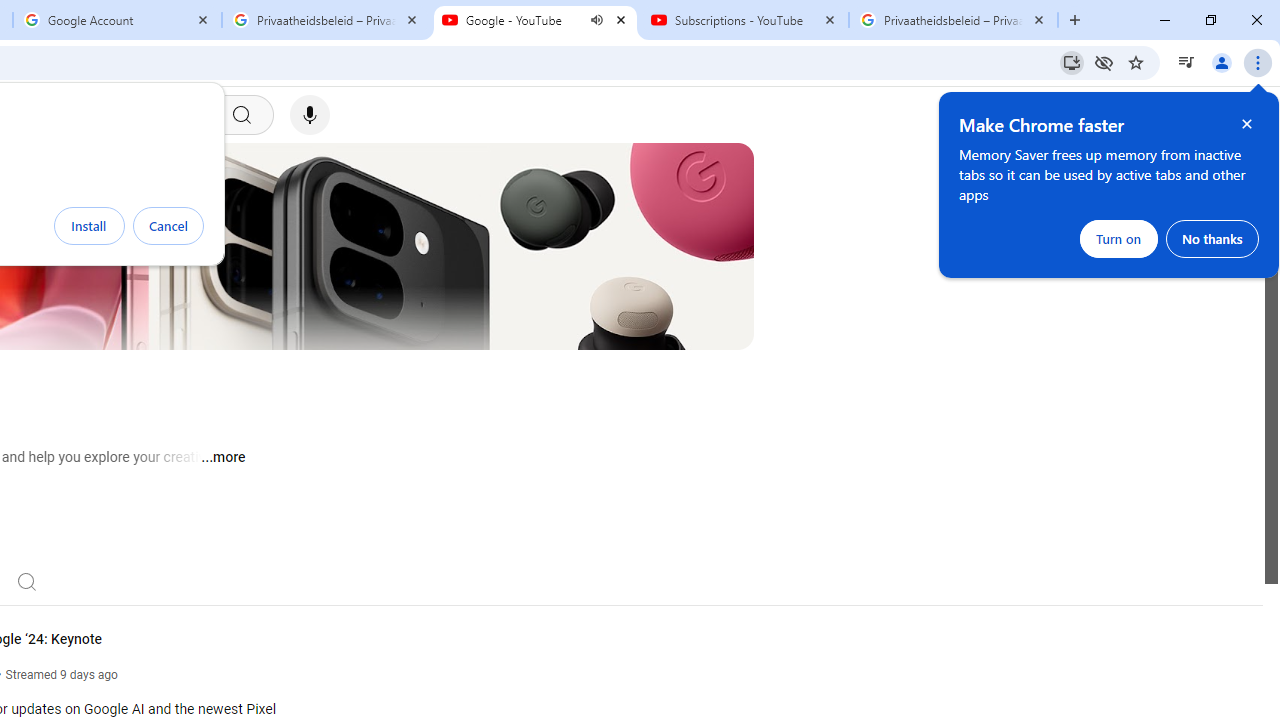 The image size is (1280, 720). Describe the element at coordinates (116, 20) in the screenshot. I see `'Google Account'` at that location.